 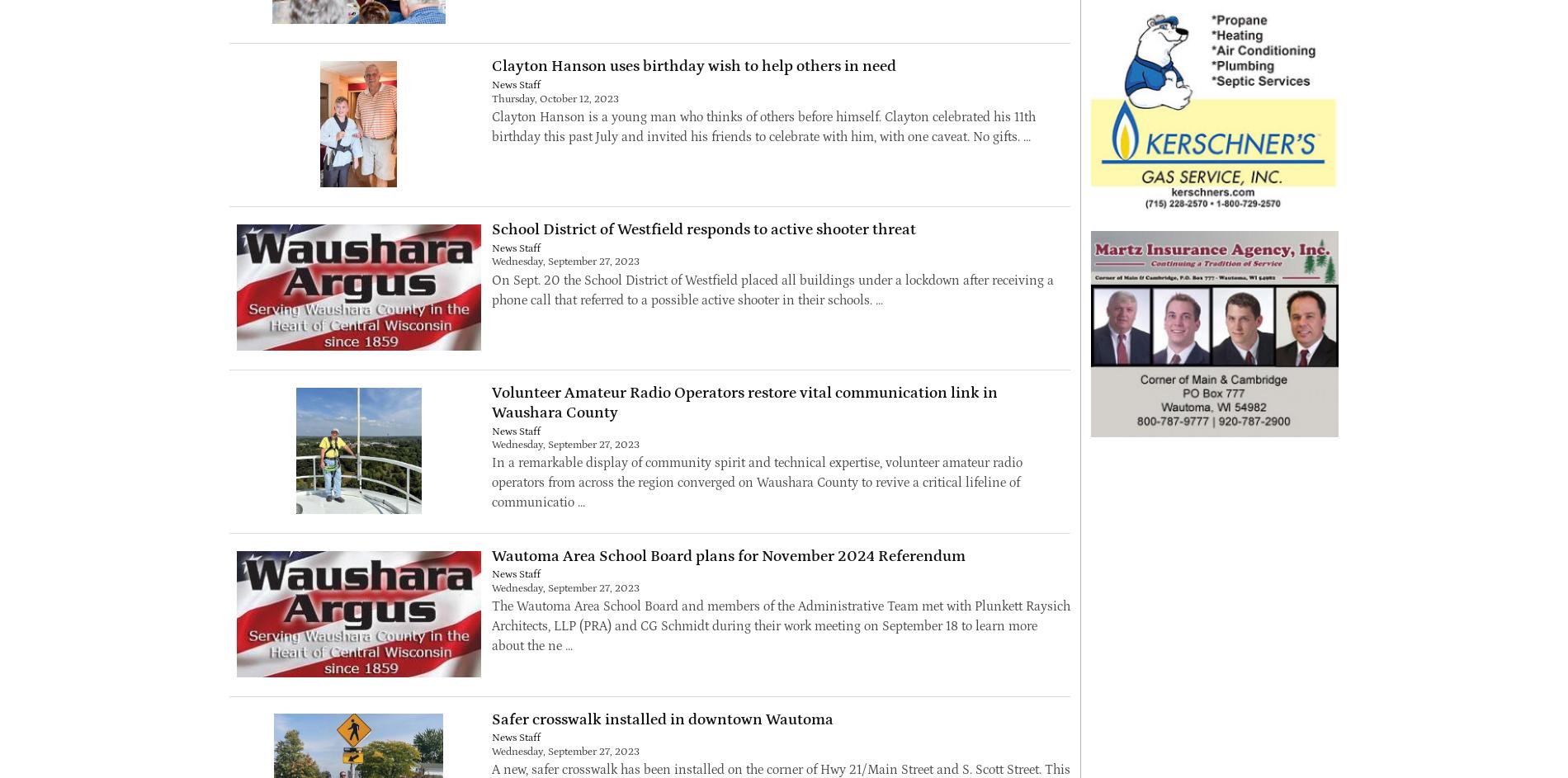 I want to click on 'Clayton Hanson is a young man who thinks of others before himself. Clayton celebrated his 11th birthday this past July and invited his friends to celebrate with him, with one caveat. No gifts.', so click(x=762, y=125).